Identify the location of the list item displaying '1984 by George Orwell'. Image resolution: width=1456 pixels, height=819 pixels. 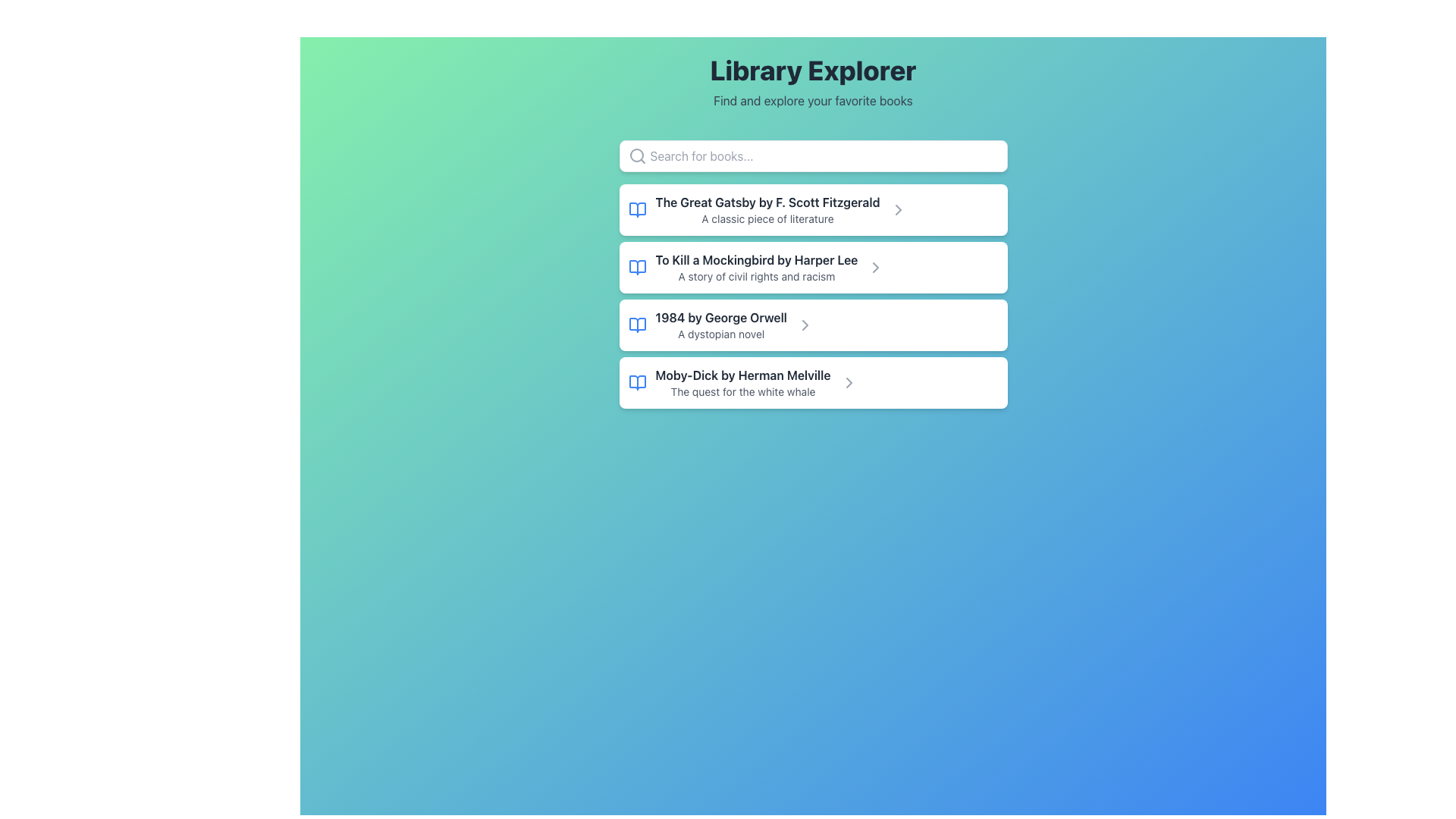
(720, 324).